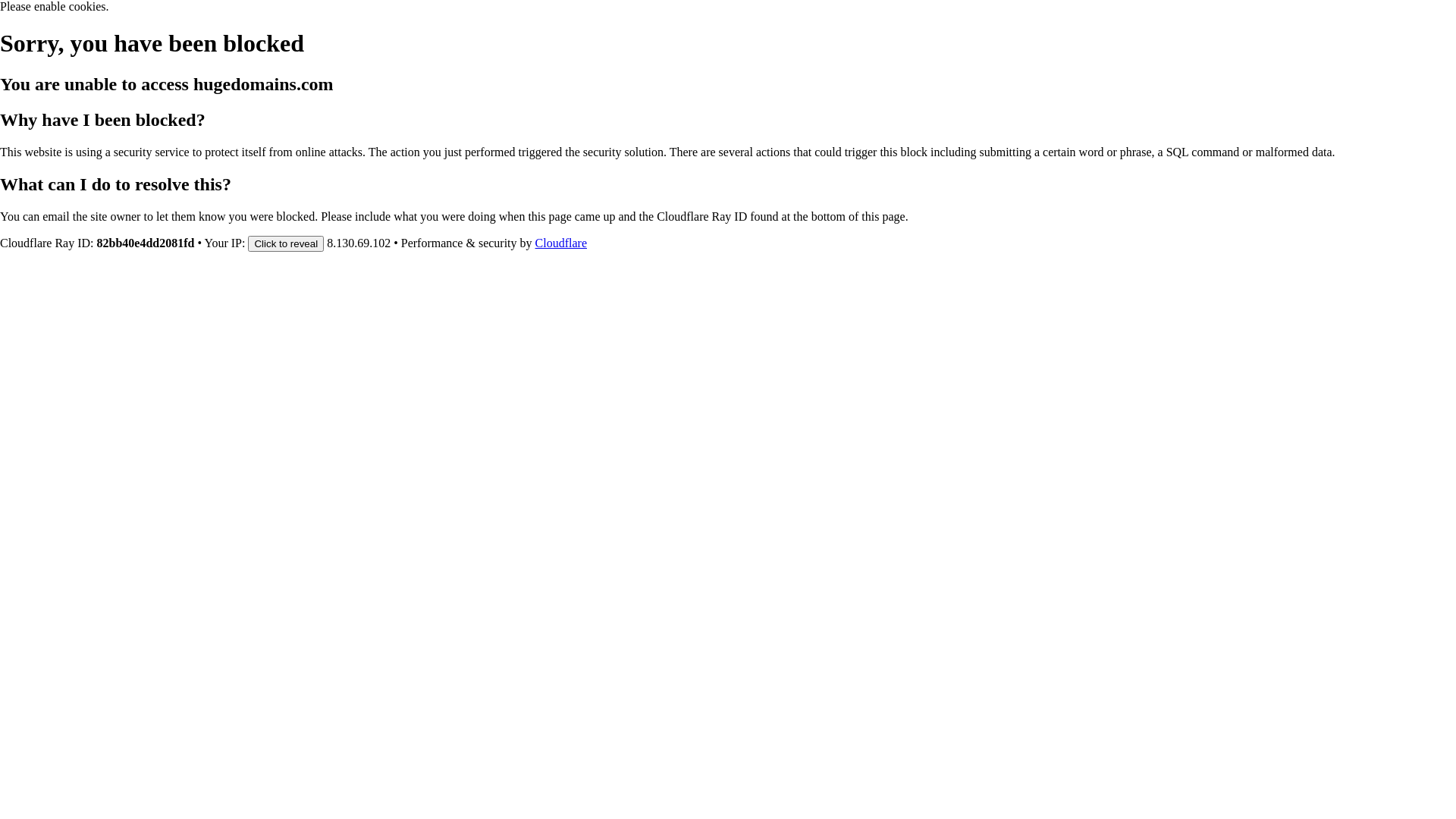  What do you see at coordinates (560, 242) in the screenshot?
I see `'Cloudflare'` at bounding box center [560, 242].